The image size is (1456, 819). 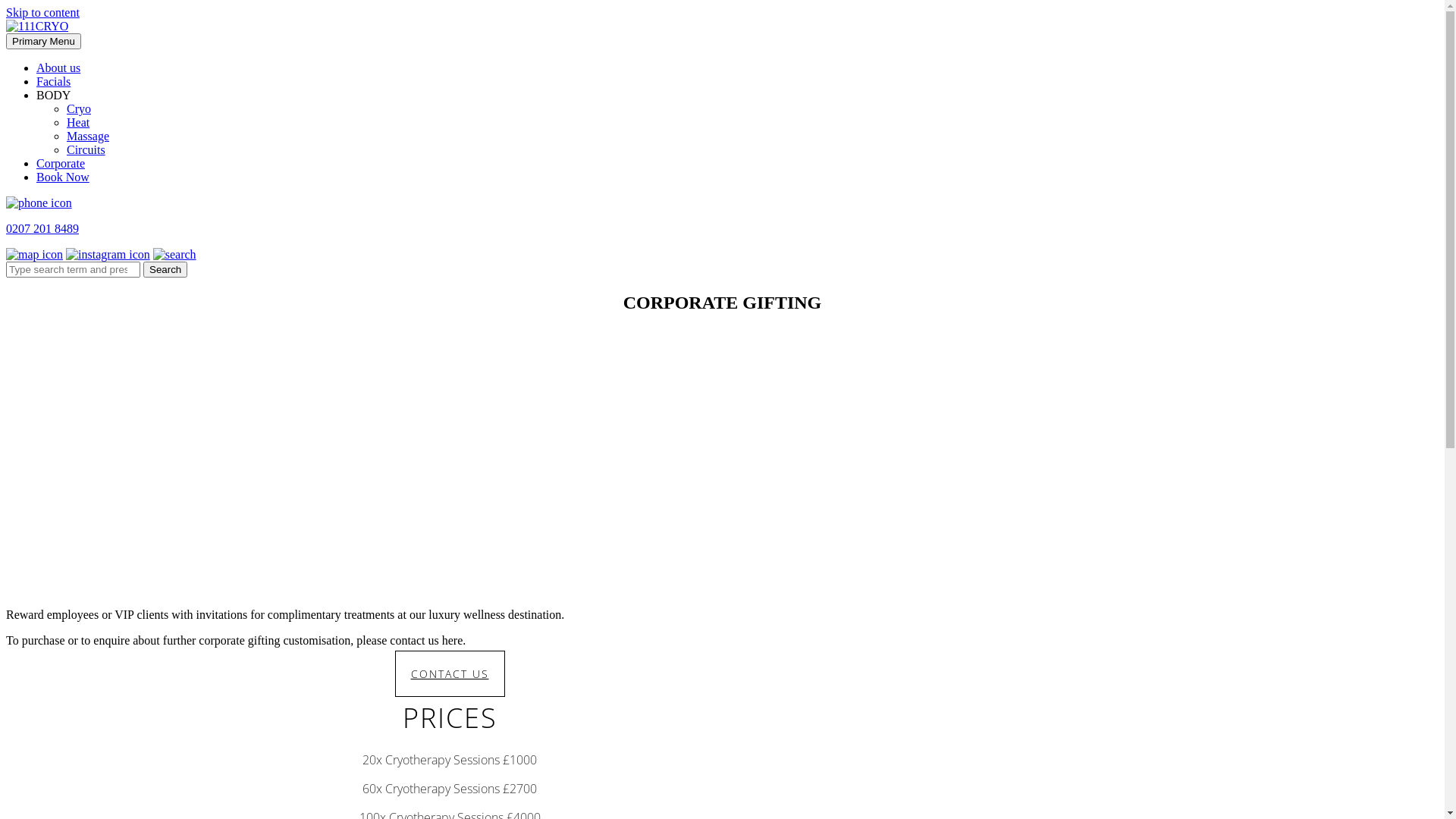 I want to click on 'Primary Menu', so click(x=6, y=40).